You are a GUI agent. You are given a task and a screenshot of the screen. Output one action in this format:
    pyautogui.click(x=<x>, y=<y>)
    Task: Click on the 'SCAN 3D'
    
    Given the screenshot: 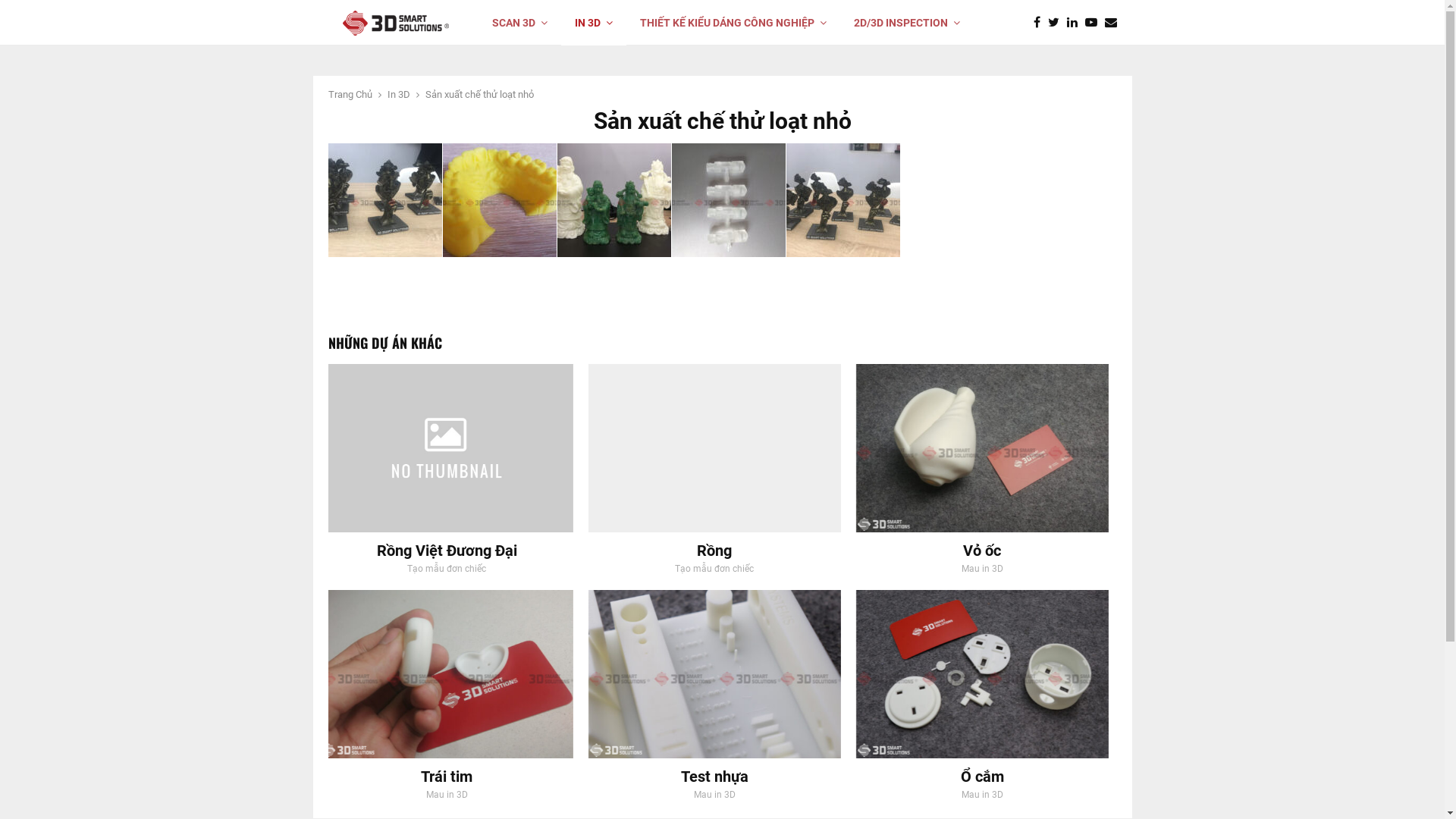 What is the action you would take?
    pyautogui.click(x=477, y=23)
    